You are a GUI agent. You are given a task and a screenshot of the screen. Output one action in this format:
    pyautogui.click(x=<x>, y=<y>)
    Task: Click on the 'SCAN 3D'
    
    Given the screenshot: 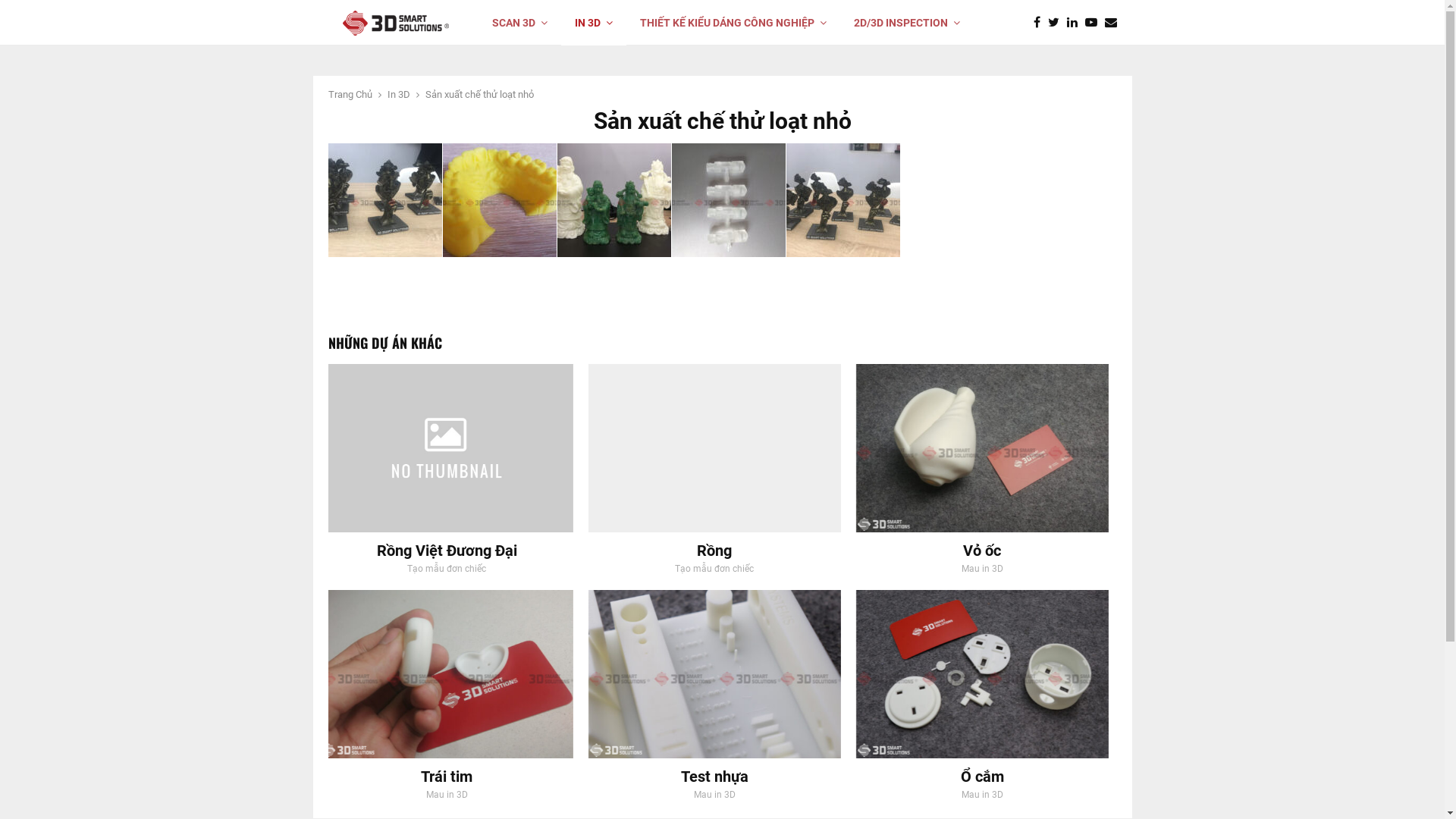 What is the action you would take?
    pyautogui.click(x=477, y=23)
    